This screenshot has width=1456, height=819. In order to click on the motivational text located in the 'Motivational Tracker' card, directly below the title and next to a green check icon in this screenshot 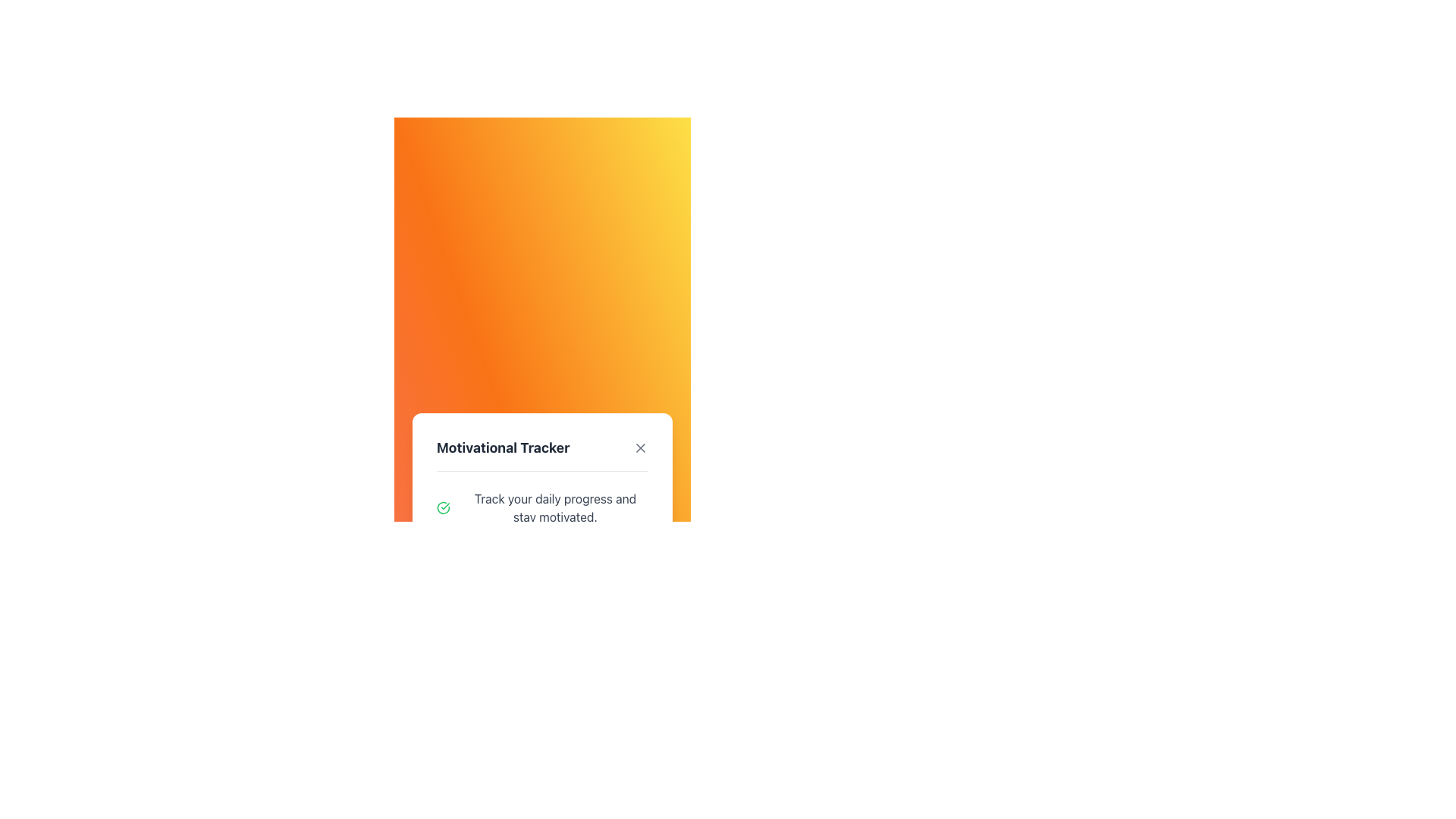, I will do `click(554, 507)`.